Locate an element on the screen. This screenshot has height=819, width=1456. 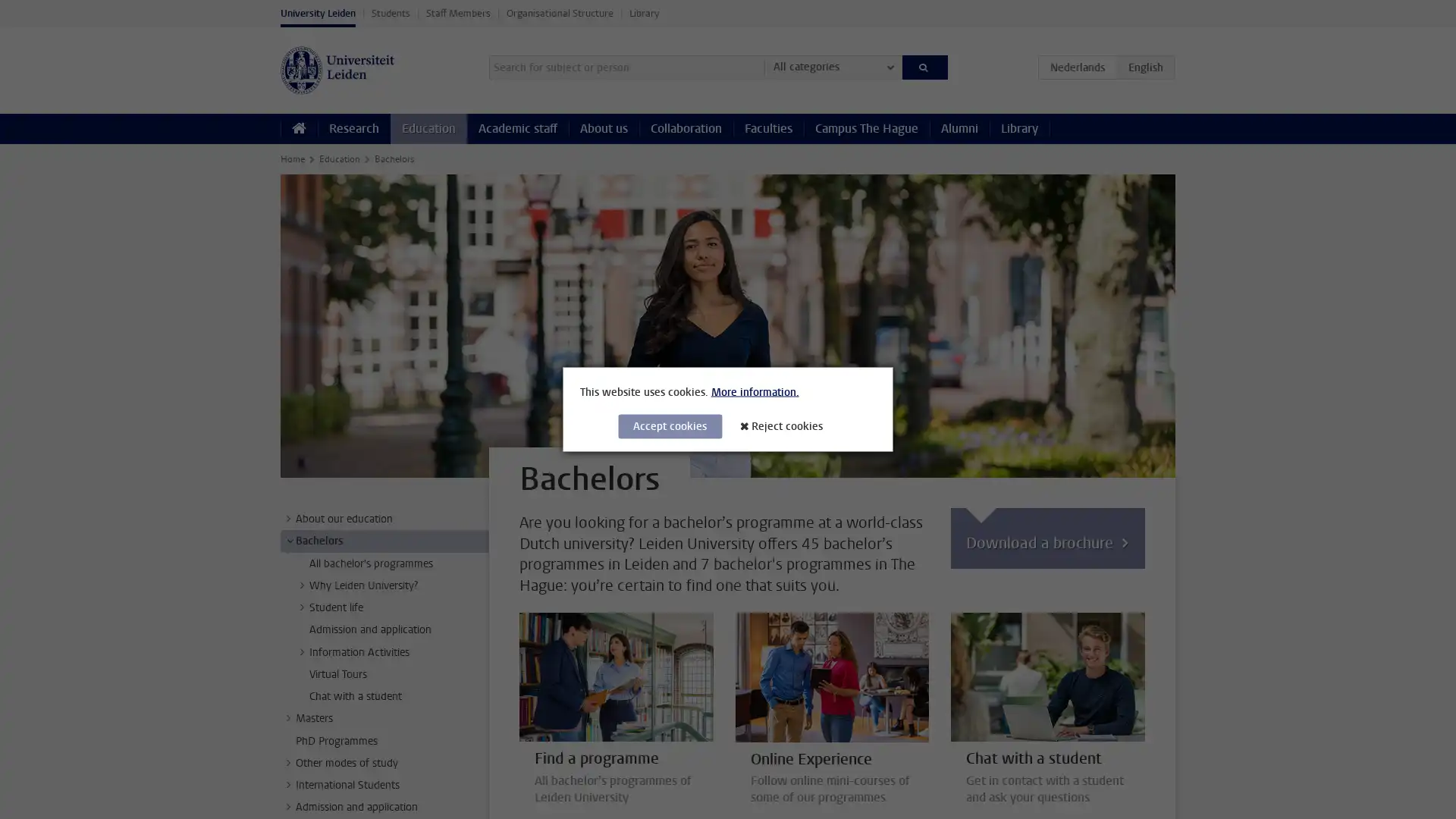
> is located at coordinates (288, 717).